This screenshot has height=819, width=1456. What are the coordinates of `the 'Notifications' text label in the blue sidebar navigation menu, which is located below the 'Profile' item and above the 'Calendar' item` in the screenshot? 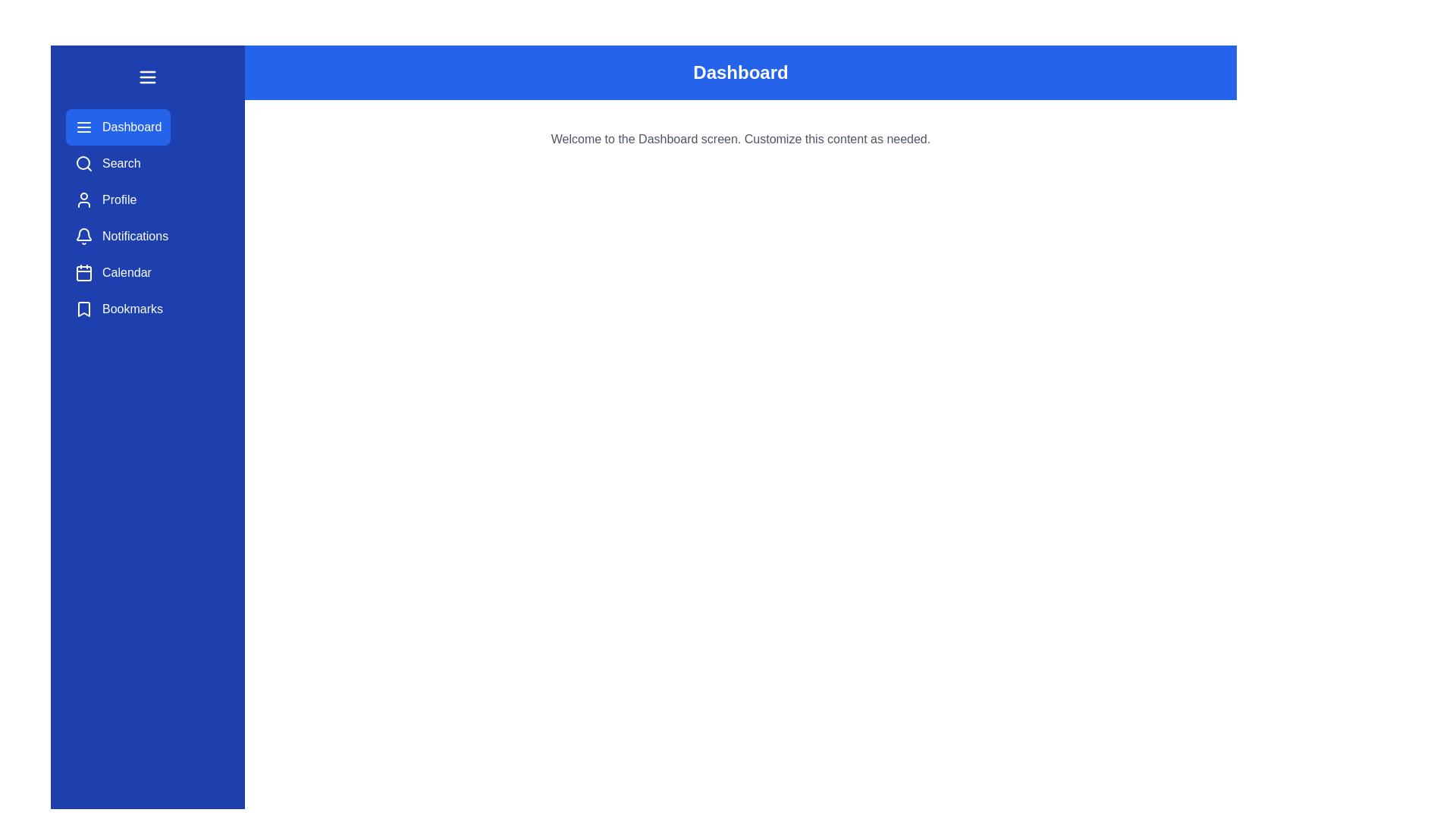 It's located at (135, 237).